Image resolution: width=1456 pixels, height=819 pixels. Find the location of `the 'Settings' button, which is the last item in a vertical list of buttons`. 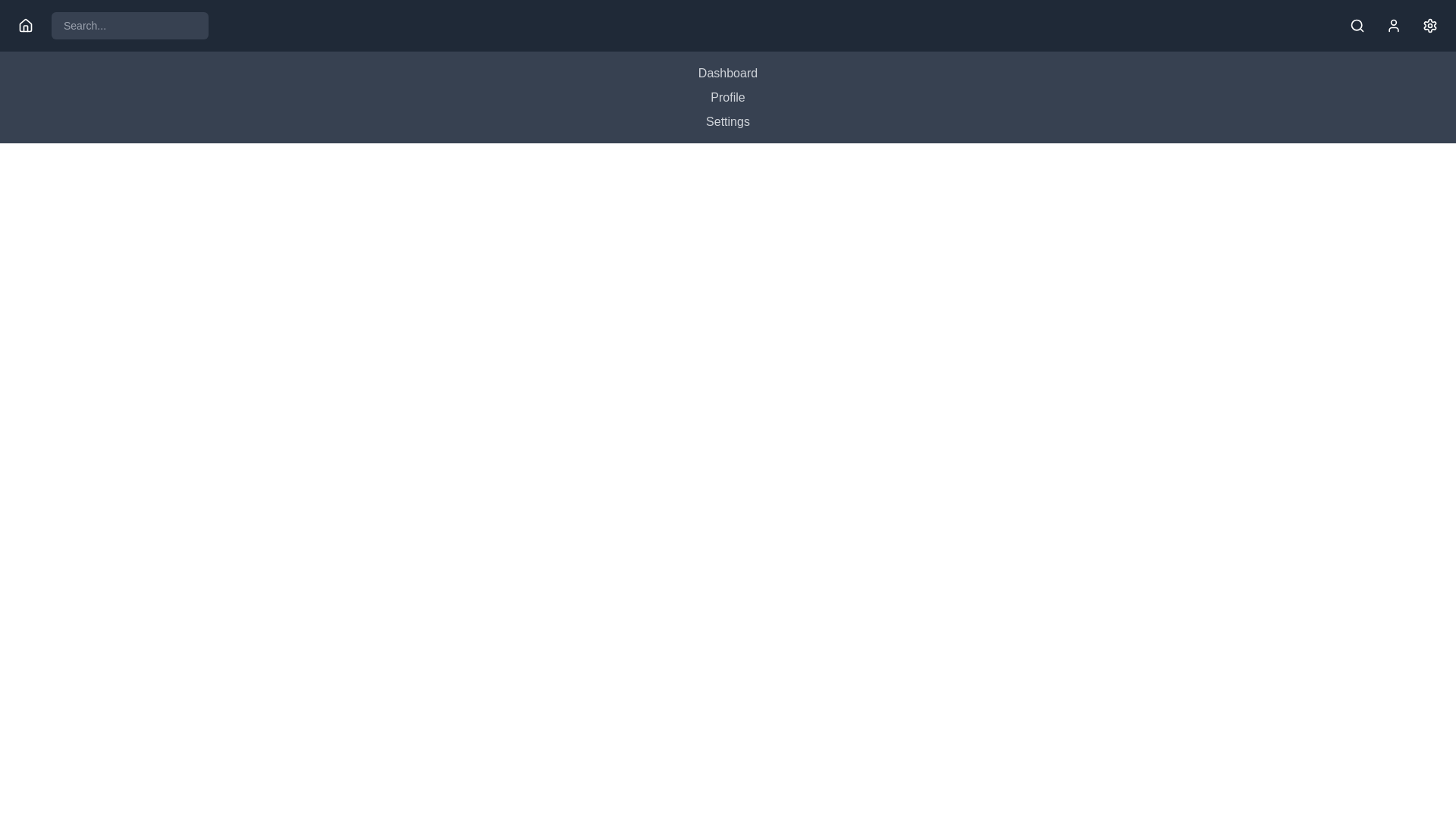

the 'Settings' button, which is the last item in a vertical list of buttons is located at coordinates (728, 121).